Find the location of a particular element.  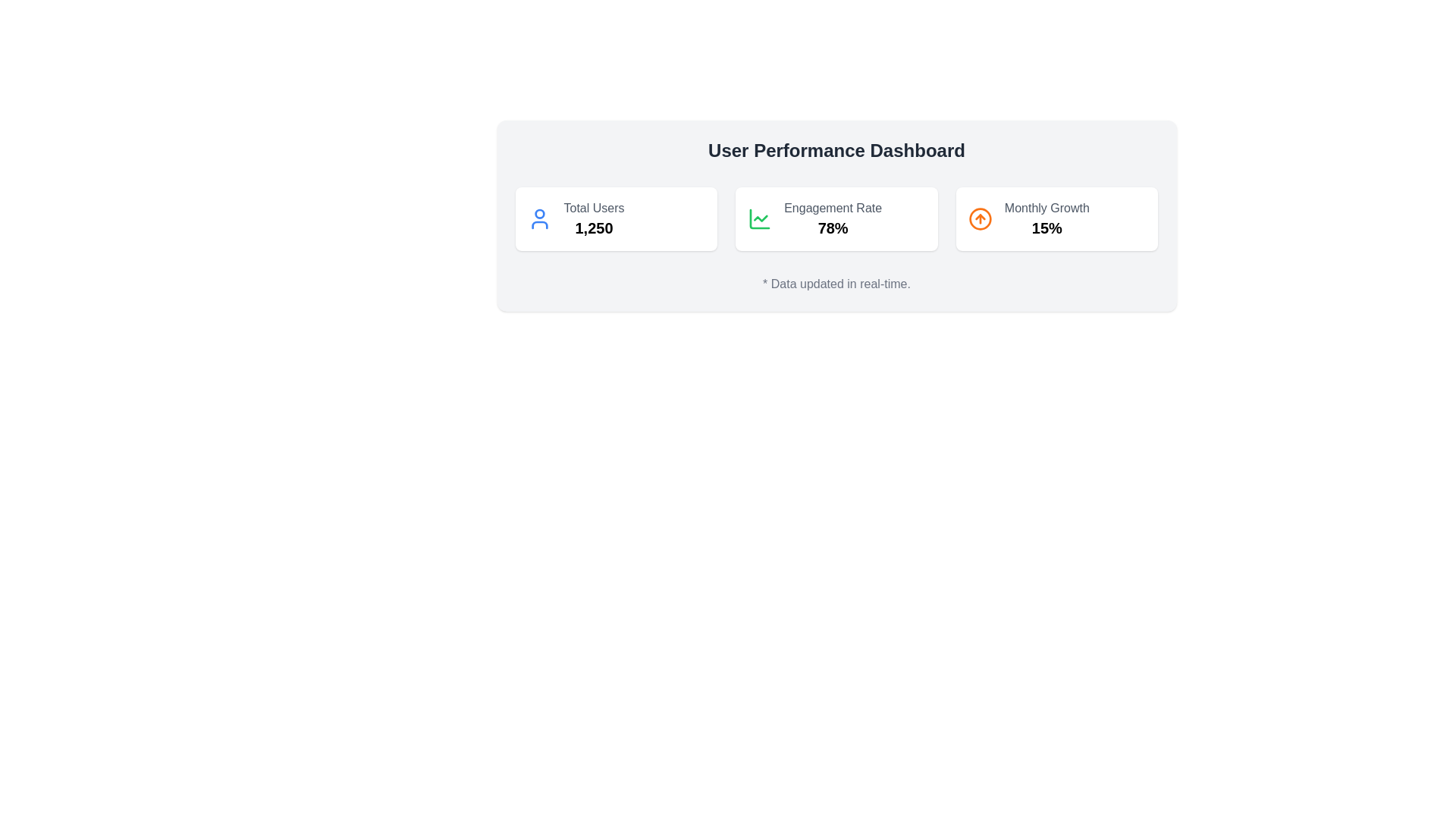

engagement rate displayed in the text label located in the middle of a three-column layout, bordered by 'Total Users' on the left and 'Monthly Growth' on the right is located at coordinates (832, 219).